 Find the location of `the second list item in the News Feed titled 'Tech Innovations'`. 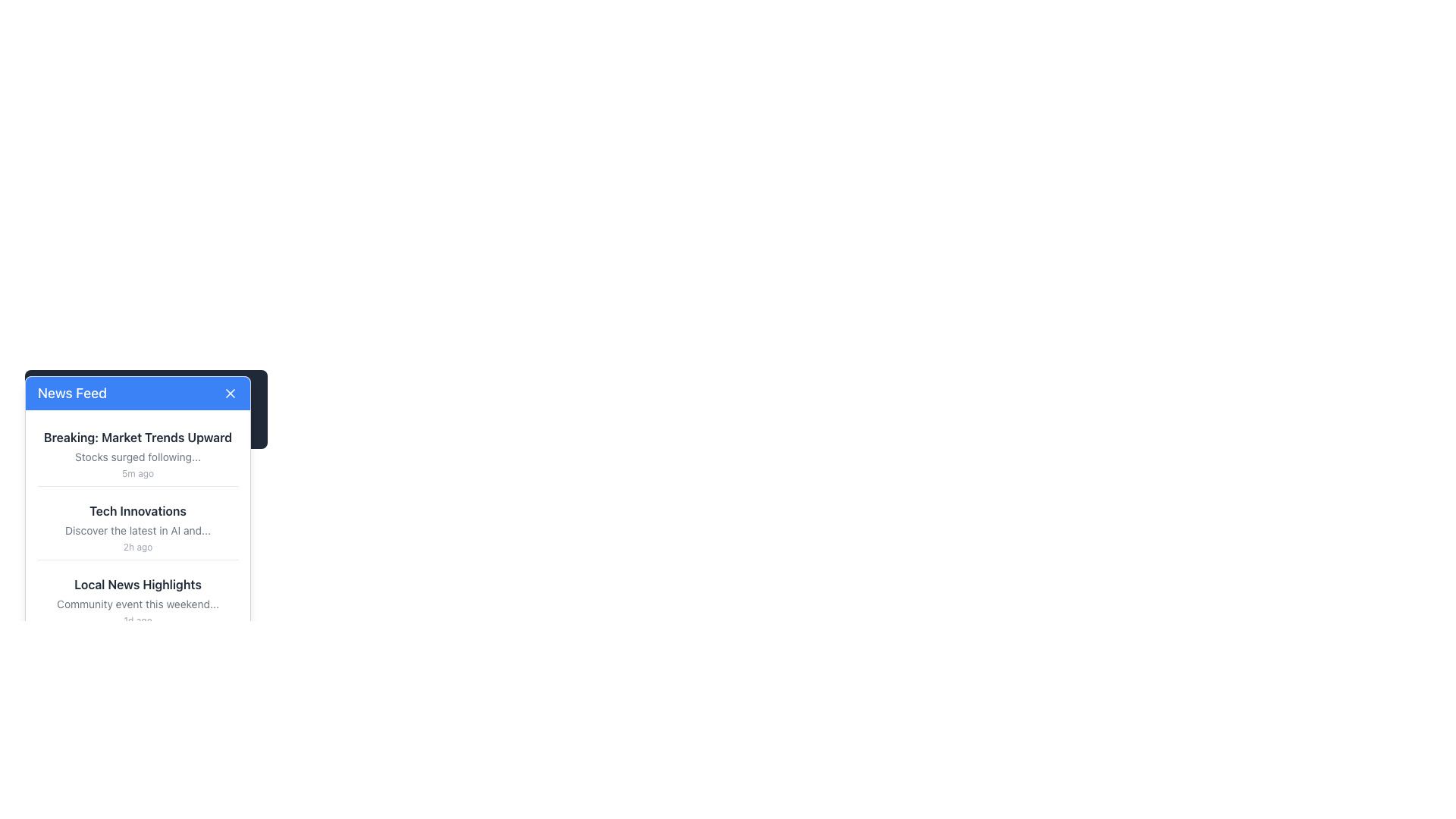

the second list item in the News Feed titled 'Tech Innovations' is located at coordinates (138, 526).